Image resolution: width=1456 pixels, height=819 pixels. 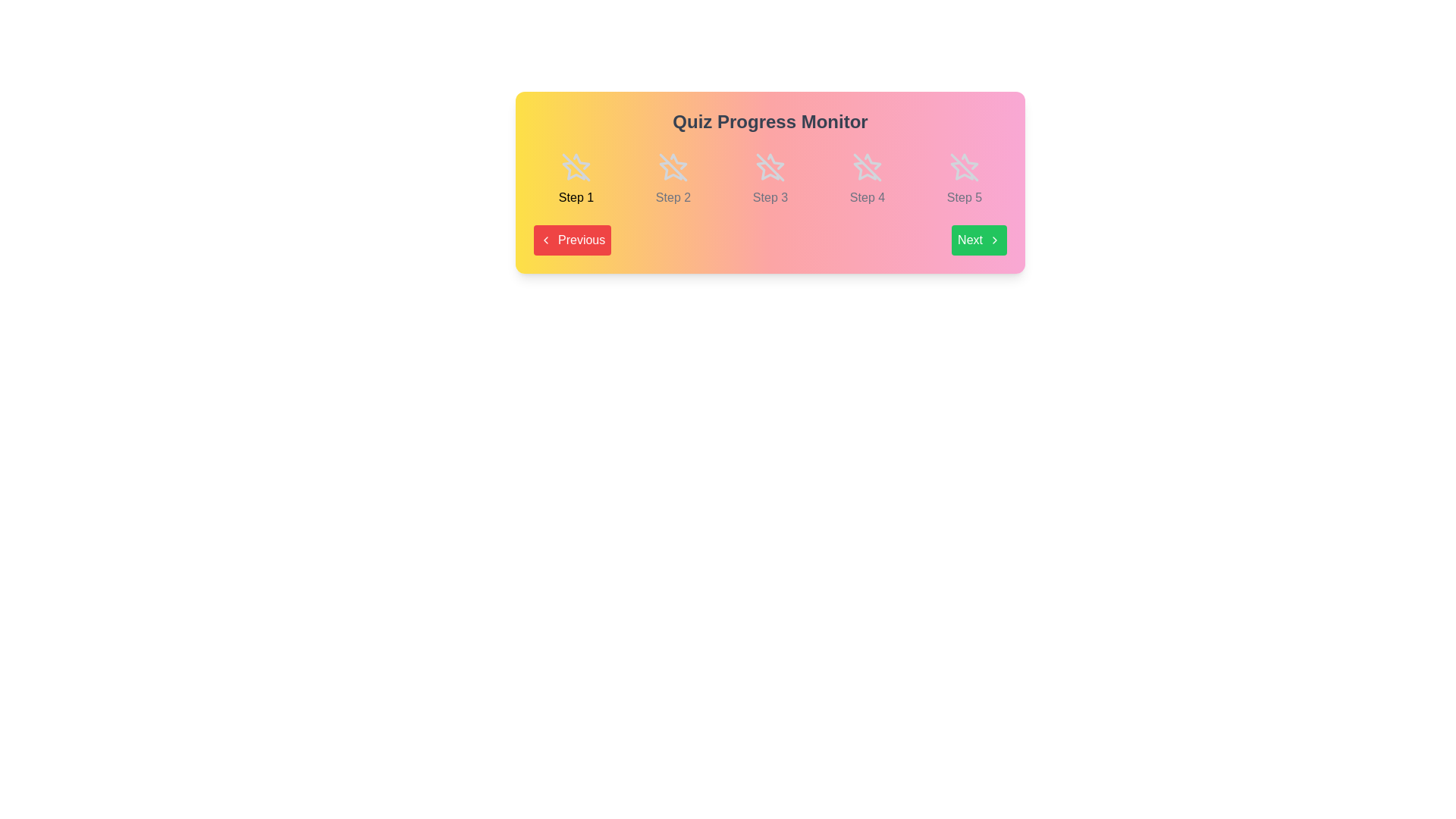 What do you see at coordinates (770, 167) in the screenshot?
I see `the third step indicator represented by a diagonal line within a star icon in the Quiz Progress Monitor section` at bounding box center [770, 167].